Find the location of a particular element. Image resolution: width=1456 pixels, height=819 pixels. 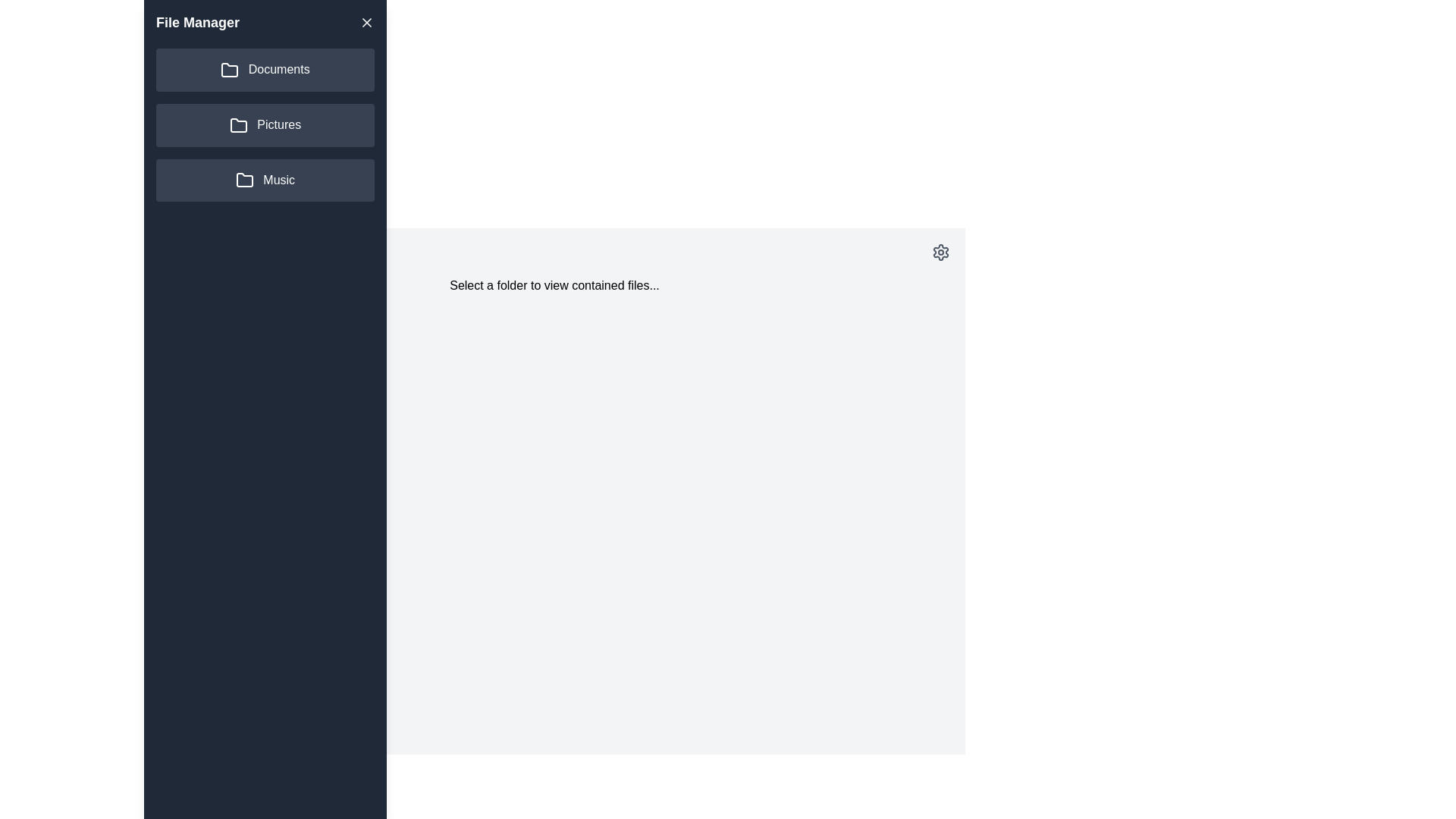

the folder Documents from the side drawer is located at coordinates (265, 70).